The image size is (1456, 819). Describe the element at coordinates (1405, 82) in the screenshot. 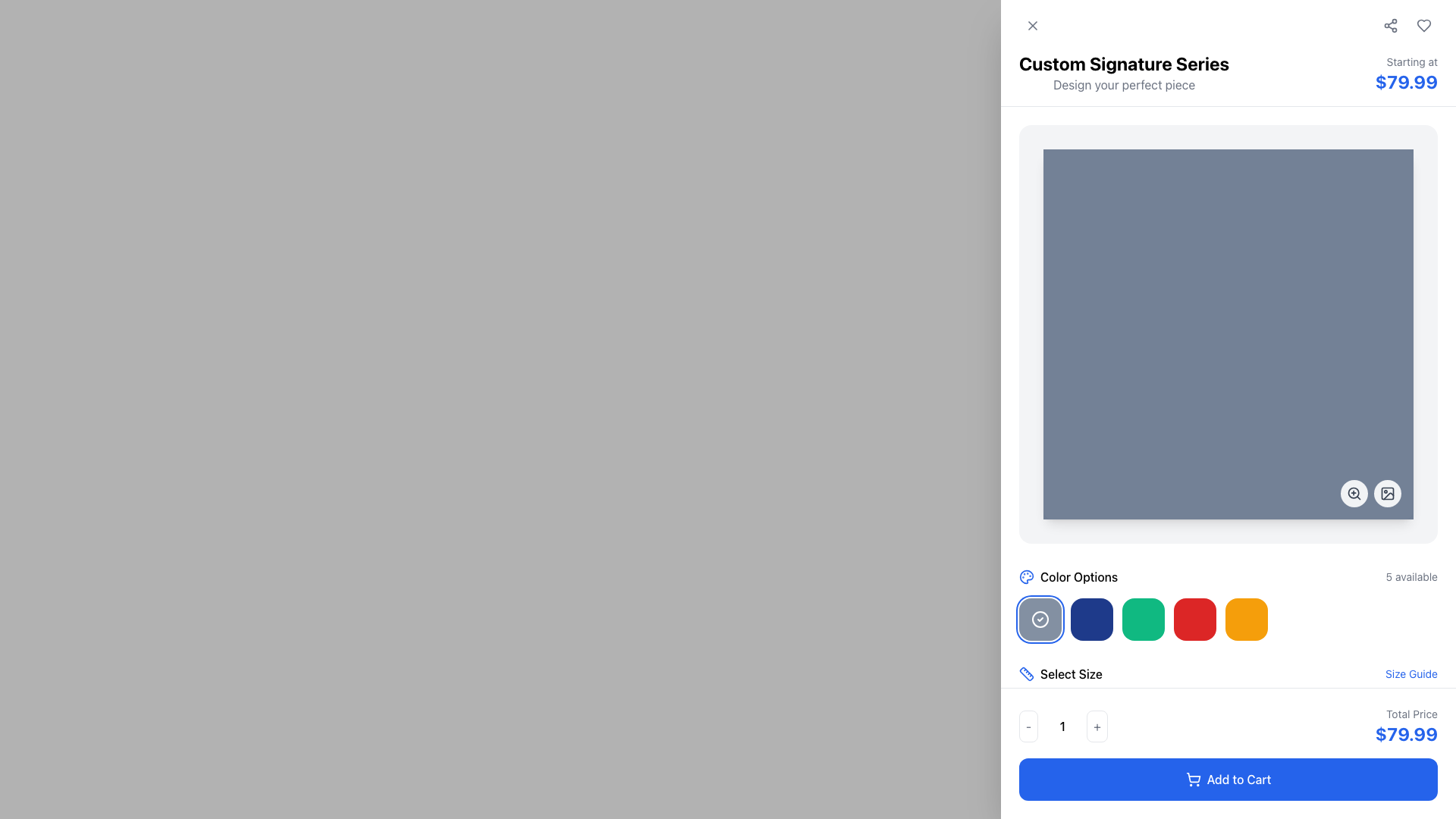

I see `pricing value displayed in the text label located in the top-right section of the webpage, immediately below the 'Starting at' text` at that location.